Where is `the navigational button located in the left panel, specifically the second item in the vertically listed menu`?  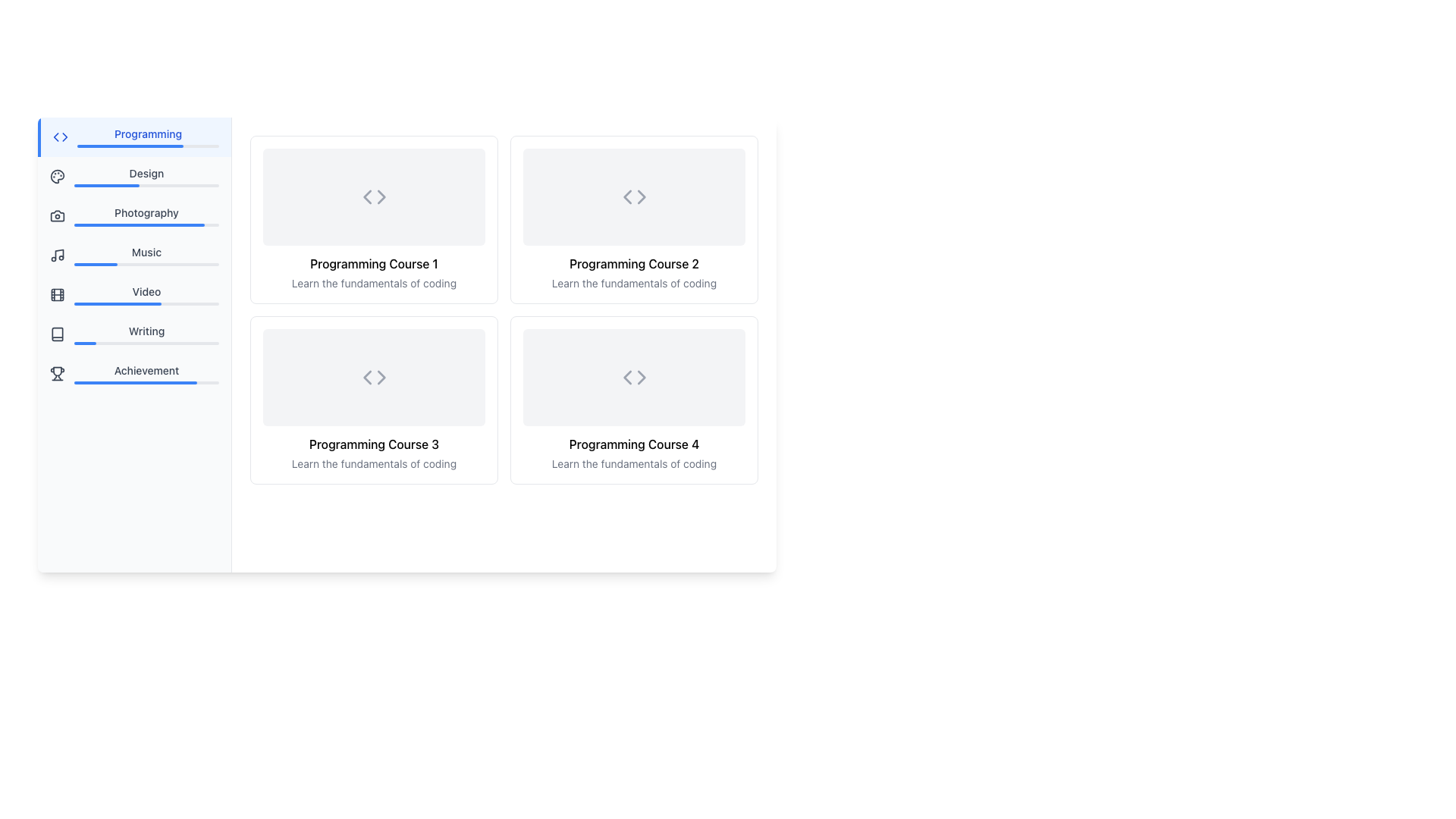 the navigational button located in the left panel, specifically the second item in the vertically listed menu is located at coordinates (134, 175).